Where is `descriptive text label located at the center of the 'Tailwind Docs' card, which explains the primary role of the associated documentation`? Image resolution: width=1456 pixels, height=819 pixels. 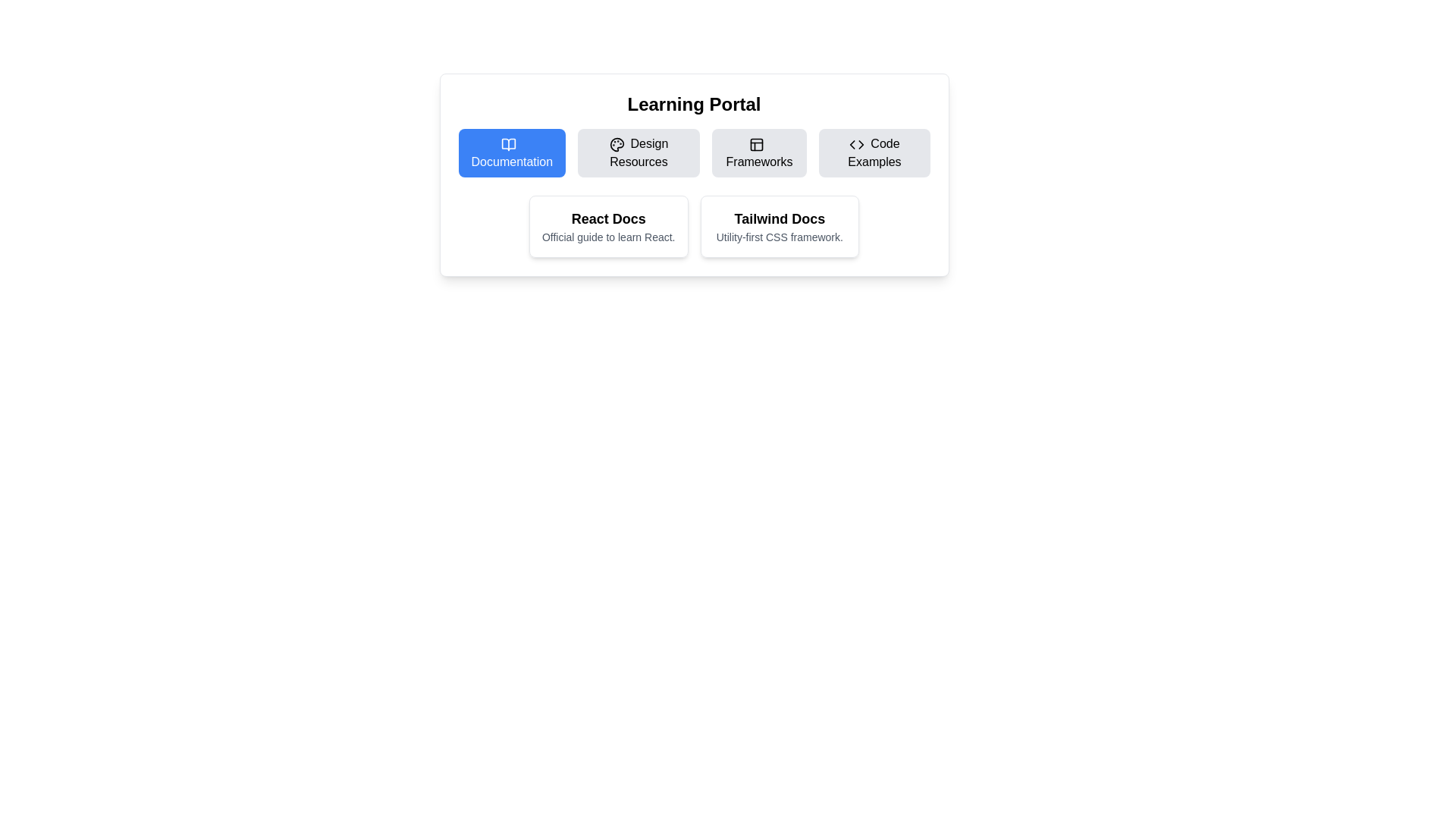 descriptive text label located at the center of the 'Tailwind Docs' card, which explains the primary role of the associated documentation is located at coordinates (780, 237).